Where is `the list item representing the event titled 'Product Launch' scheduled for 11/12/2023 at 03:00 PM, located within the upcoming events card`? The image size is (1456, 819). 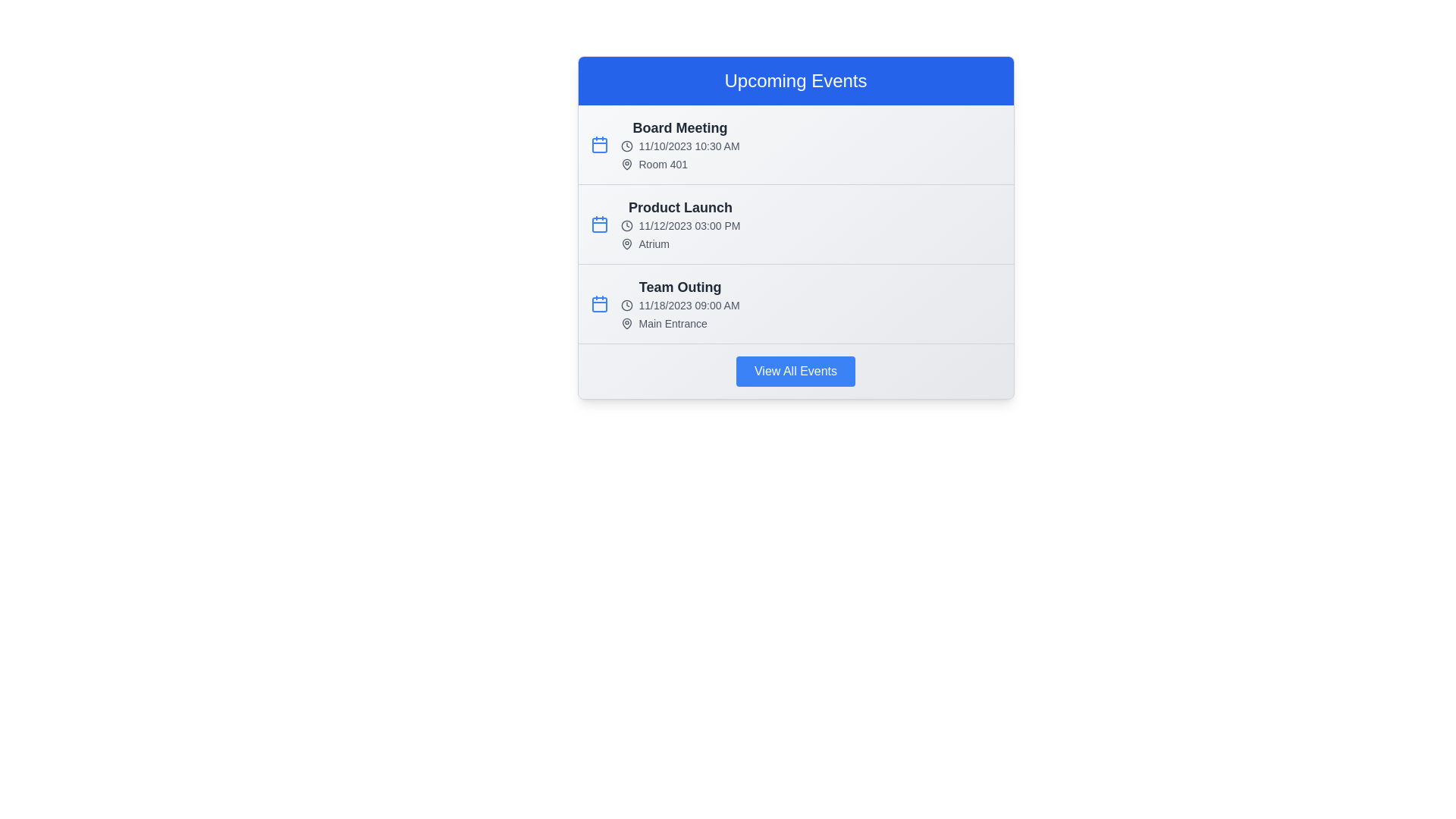 the list item representing the event titled 'Product Launch' scheduled for 11/12/2023 at 03:00 PM, located within the upcoming events card is located at coordinates (795, 227).